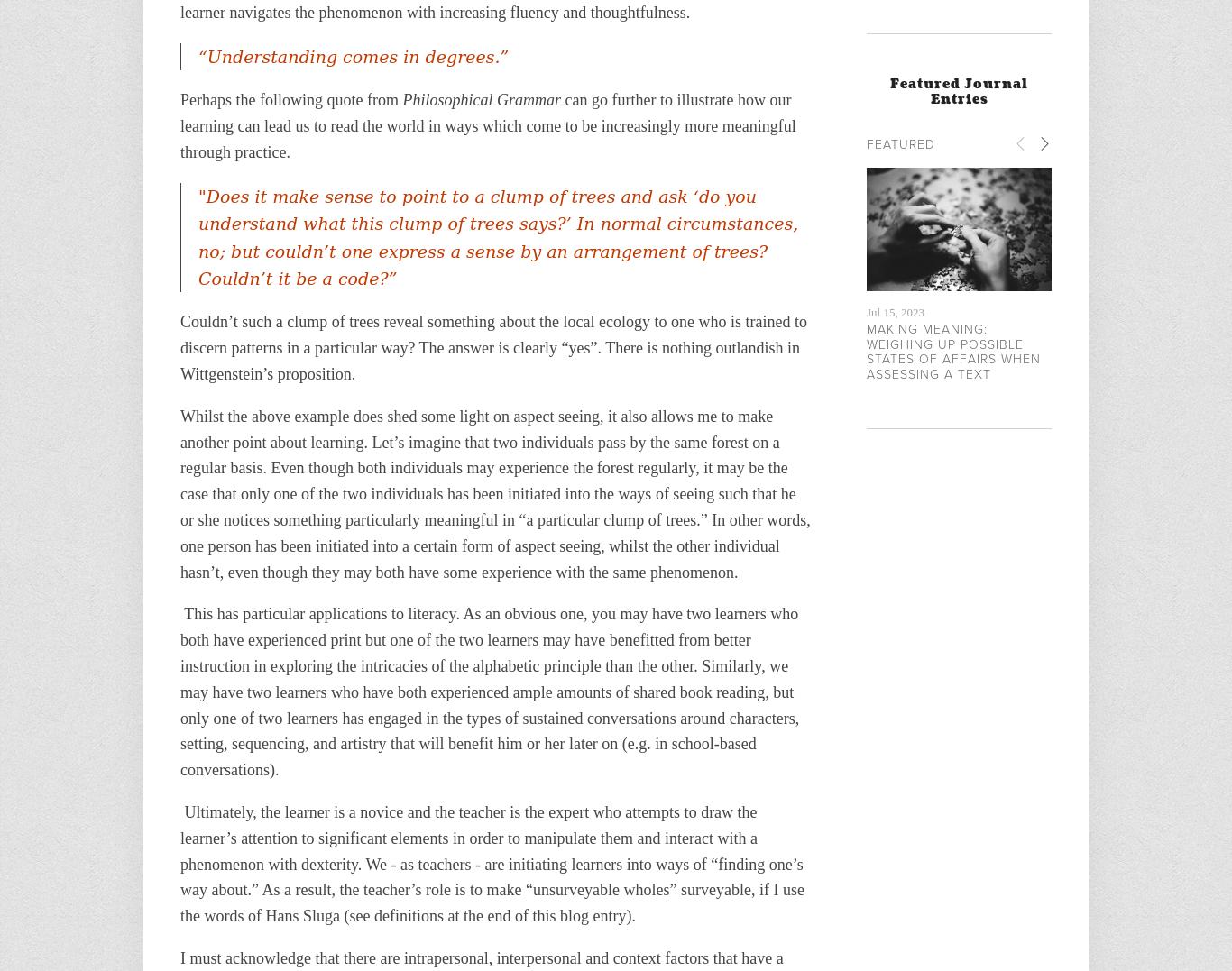 This screenshot has height=971, width=1232. What do you see at coordinates (900, 144) in the screenshot?
I see `'Featured'` at bounding box center [900, 144].